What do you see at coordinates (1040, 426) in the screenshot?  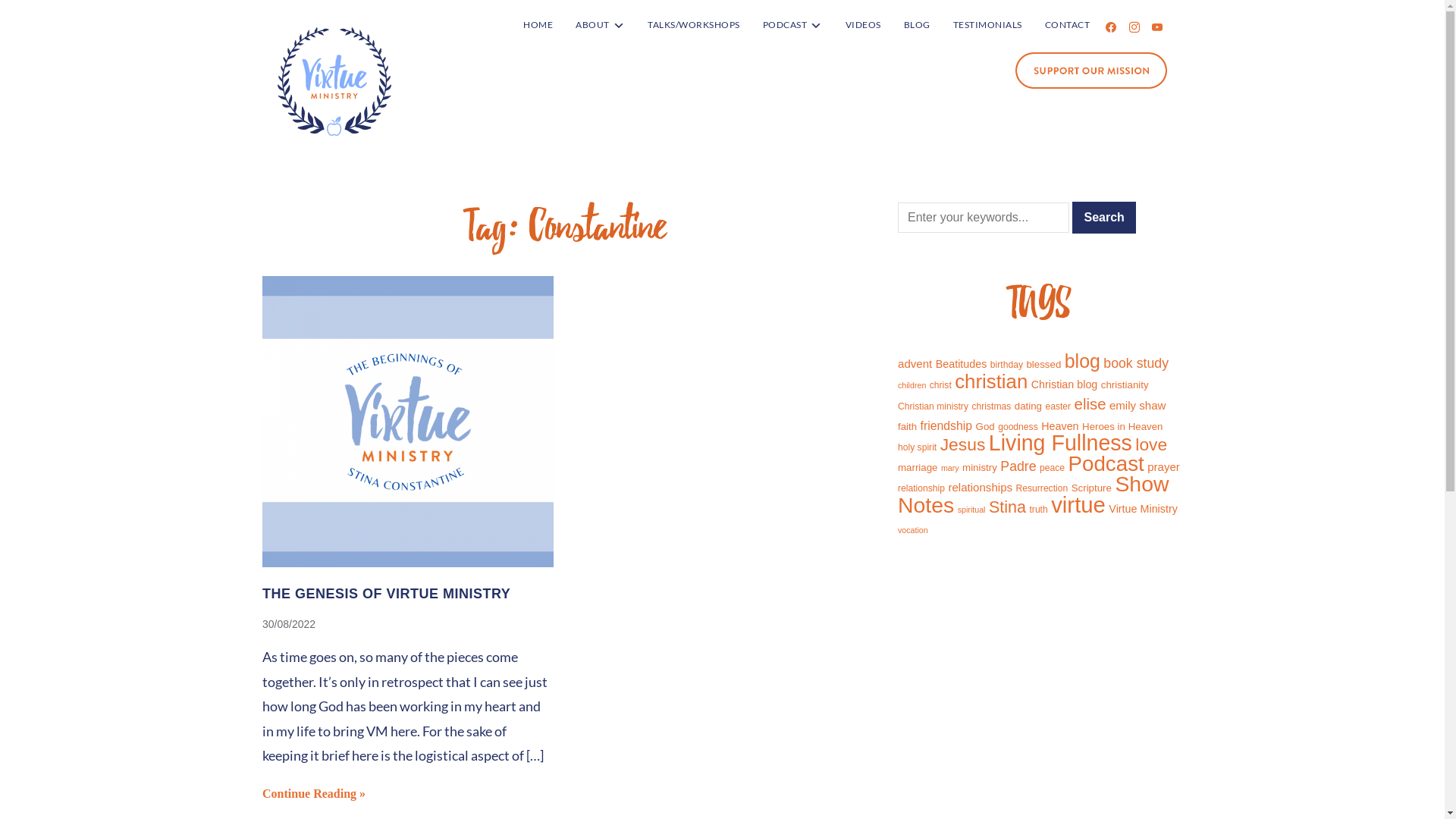 I see `'Heaven'` at bounding box center [1040, 426].